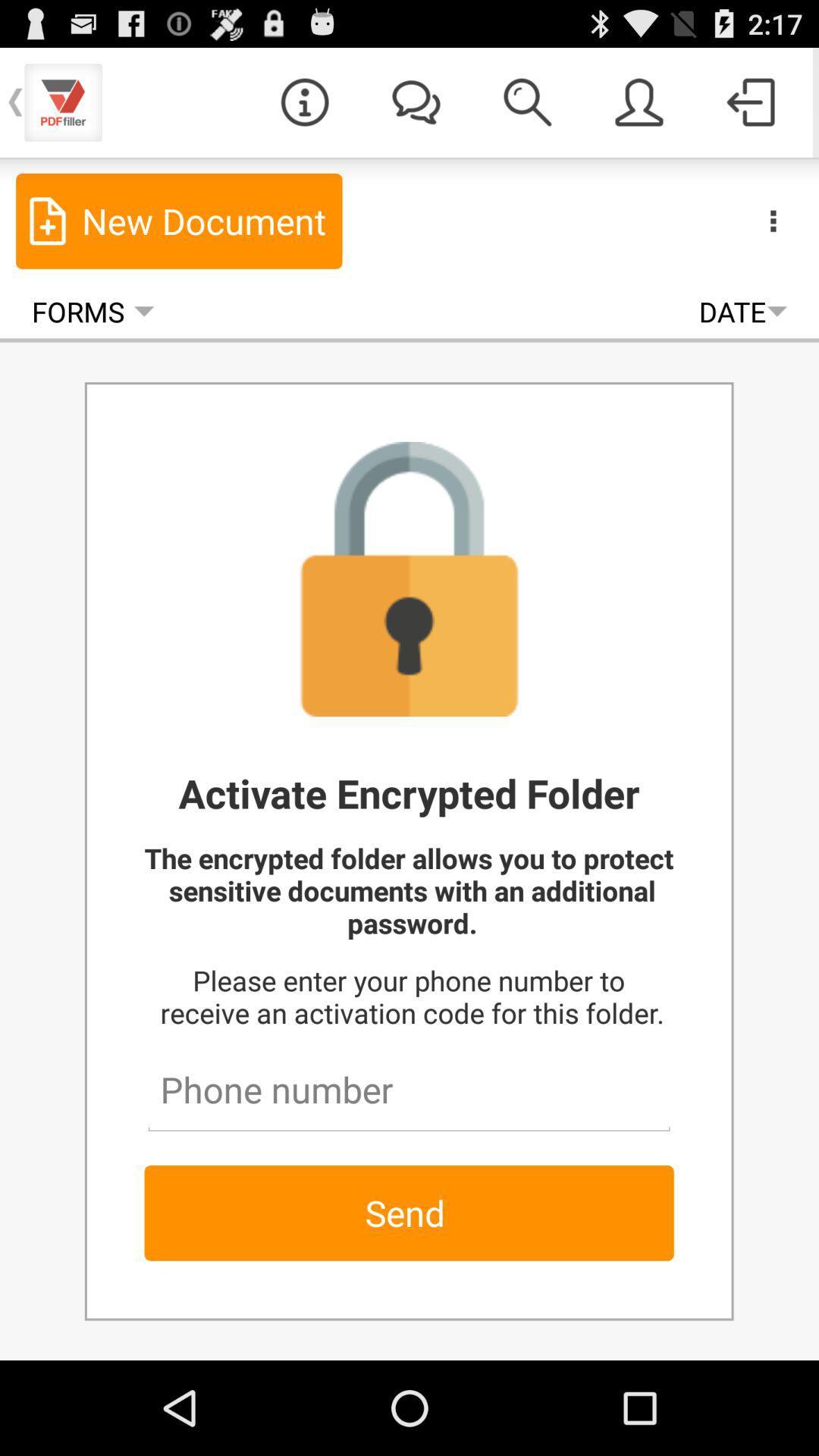  Describe the element at coordinates (742, 311) in the screenshot. I see `date` at that location.